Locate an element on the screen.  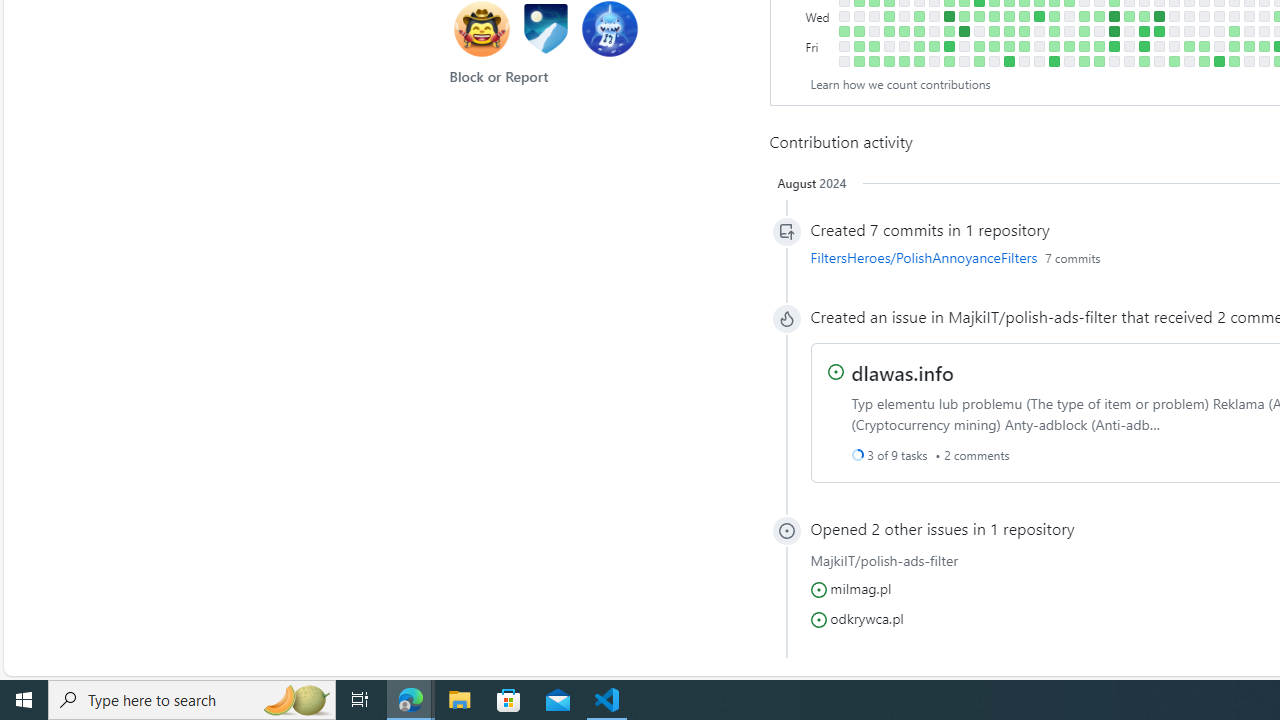
'No contributions on November 24th.' is located at coordinates (1038, 45).